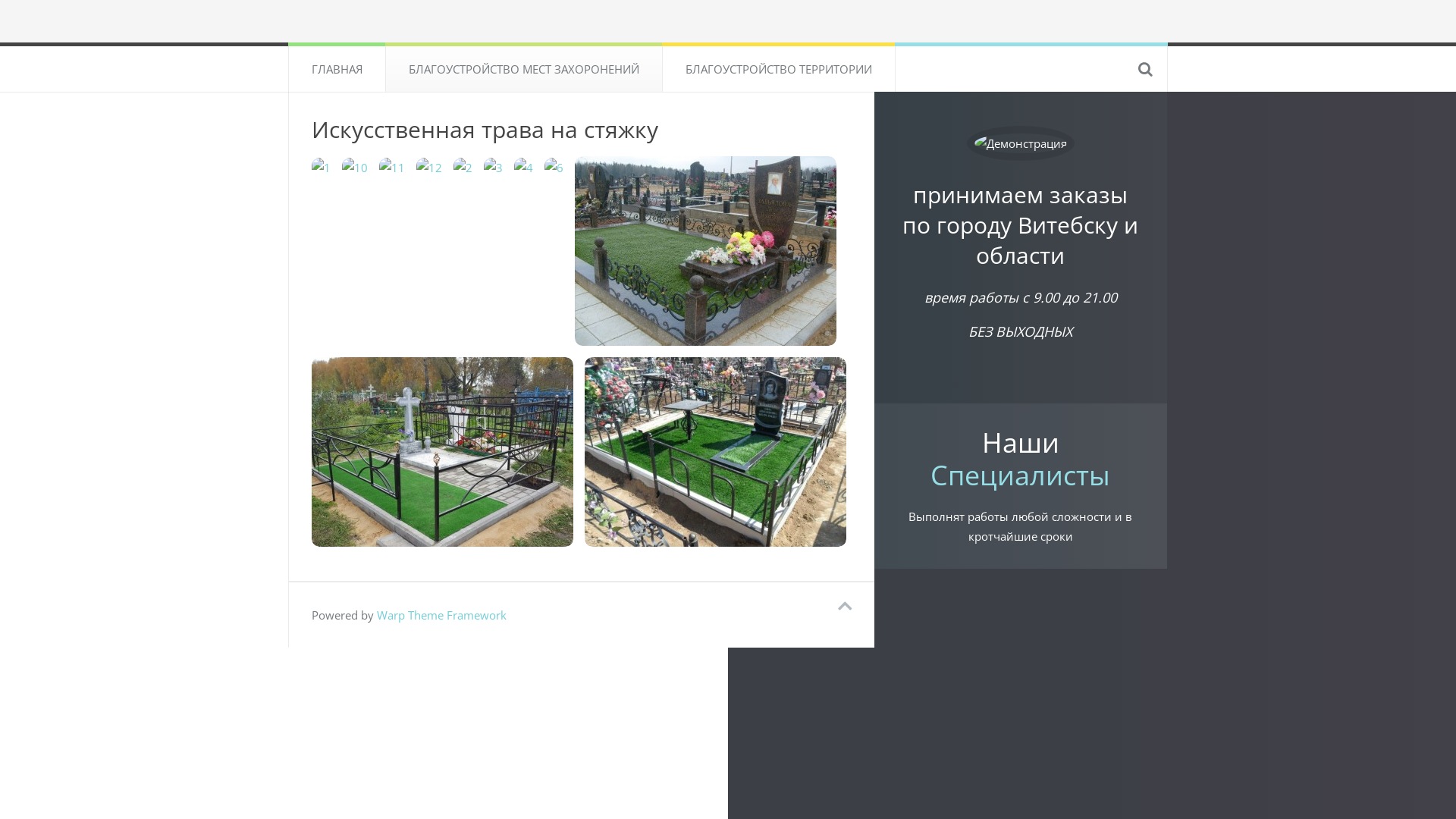 The height and width of the screenshot is (819, 1456). Describe the element at coordinates (714, 451) in the screenshot. I see `'9'` at that location.